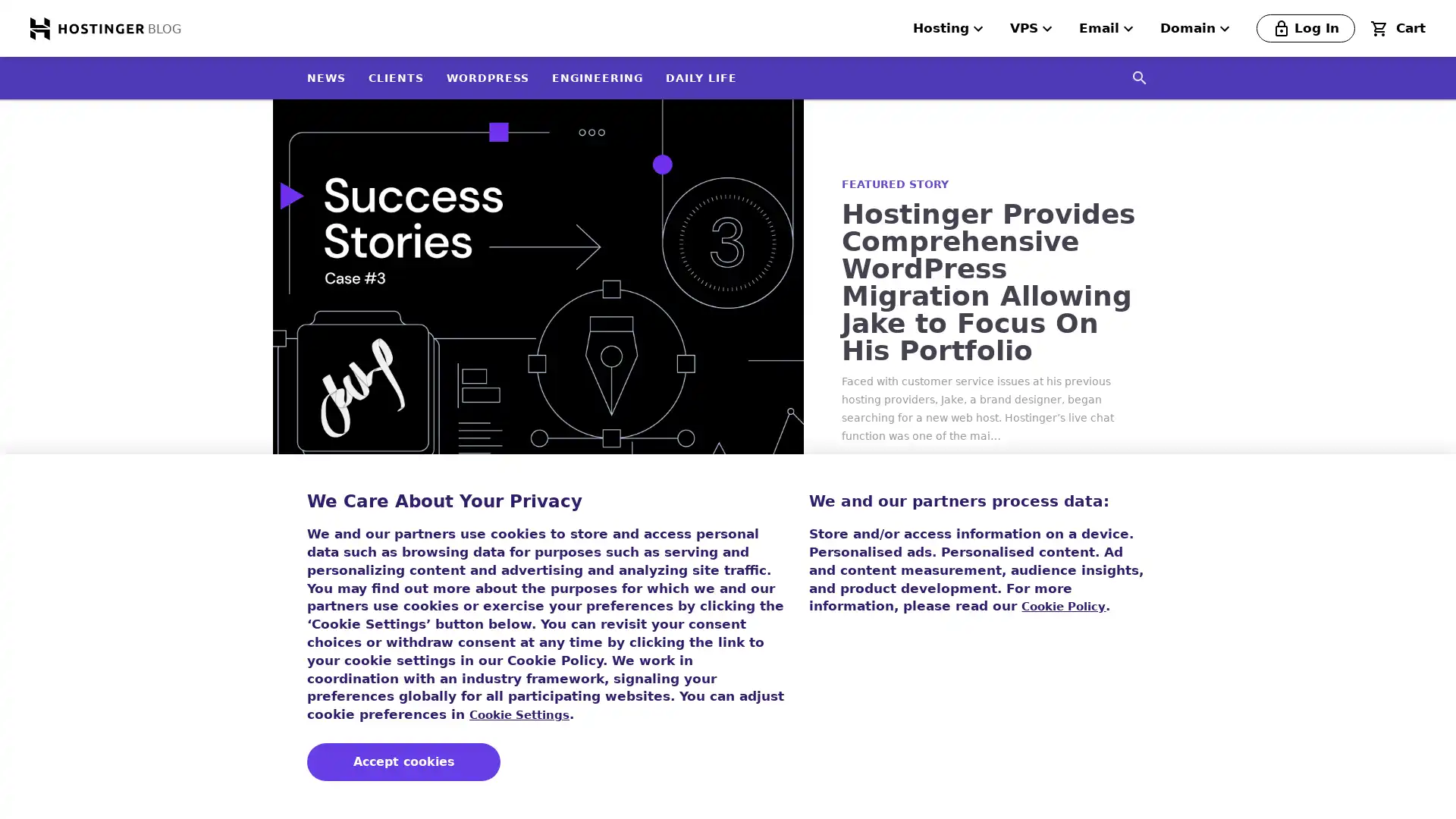 This screenshot has width=1456, height=819. I want to click on Accept cookies, so click(403, 762).